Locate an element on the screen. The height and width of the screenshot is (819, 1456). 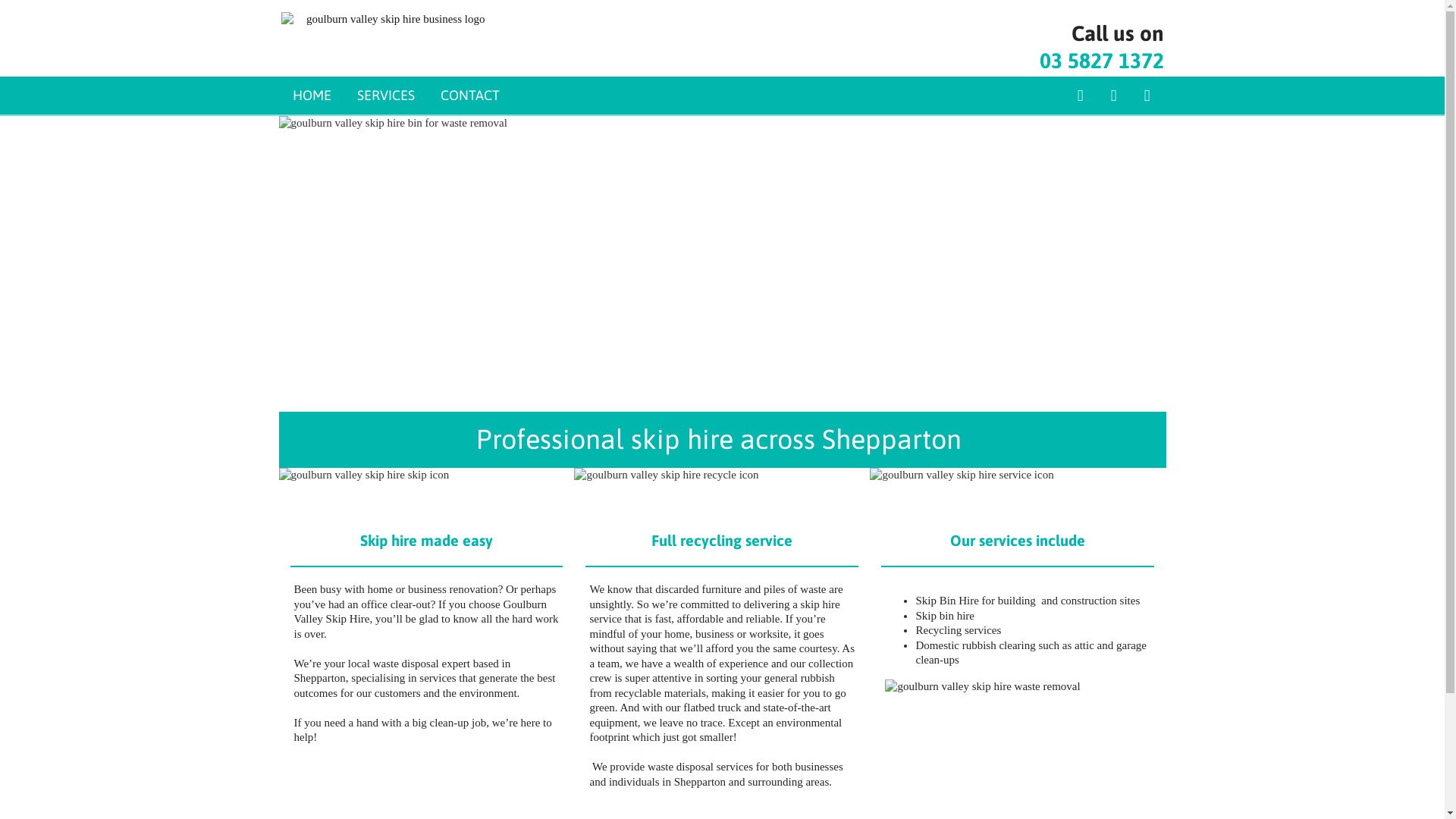
'goulburn valley skip hire waste removal' is located at coordinates (884, 743).